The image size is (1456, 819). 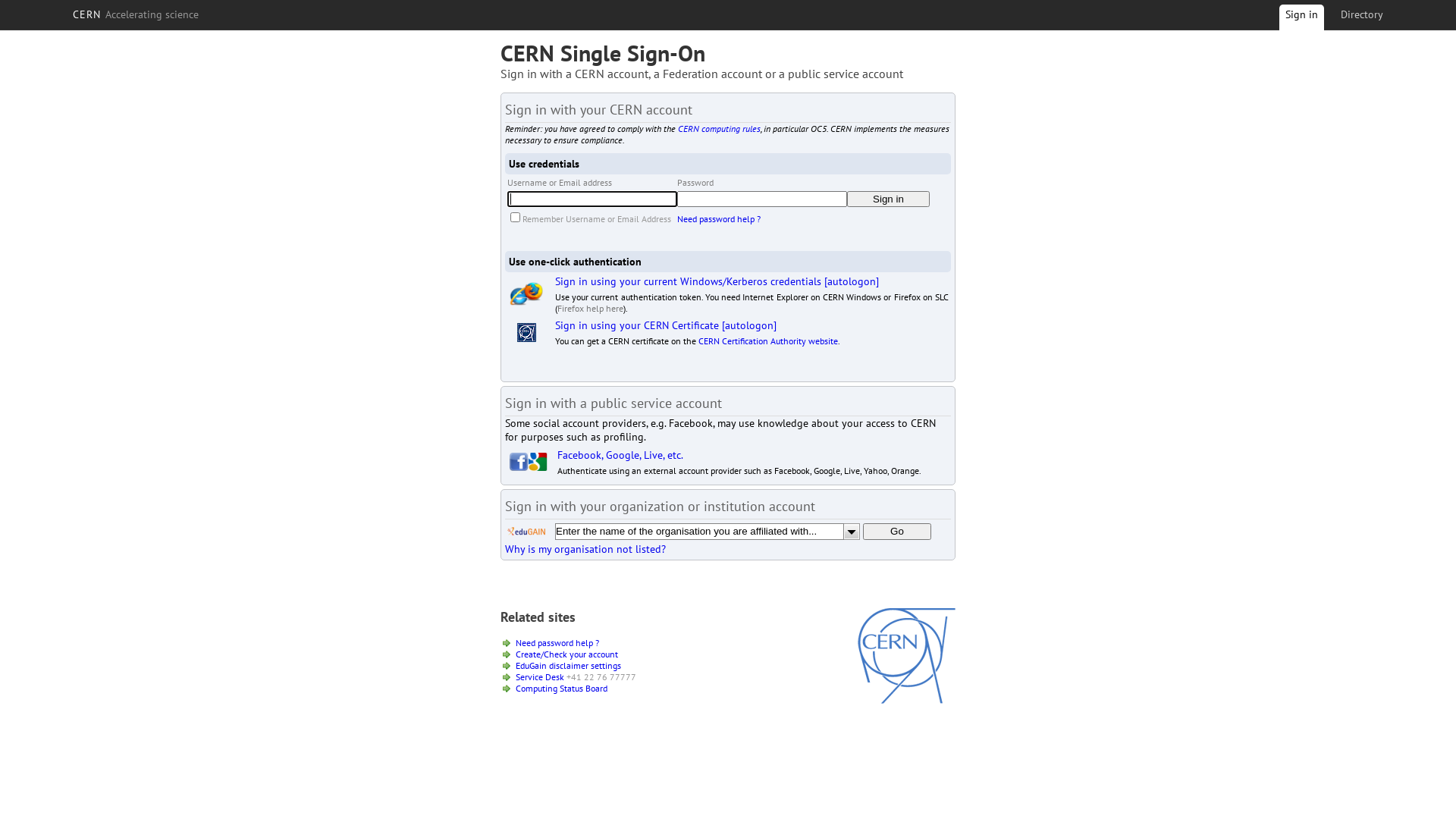 What do you see at coordinates (566, 653) in the screenshot?
I see `'Create/Check your account'` at bounding box center [566, 653].